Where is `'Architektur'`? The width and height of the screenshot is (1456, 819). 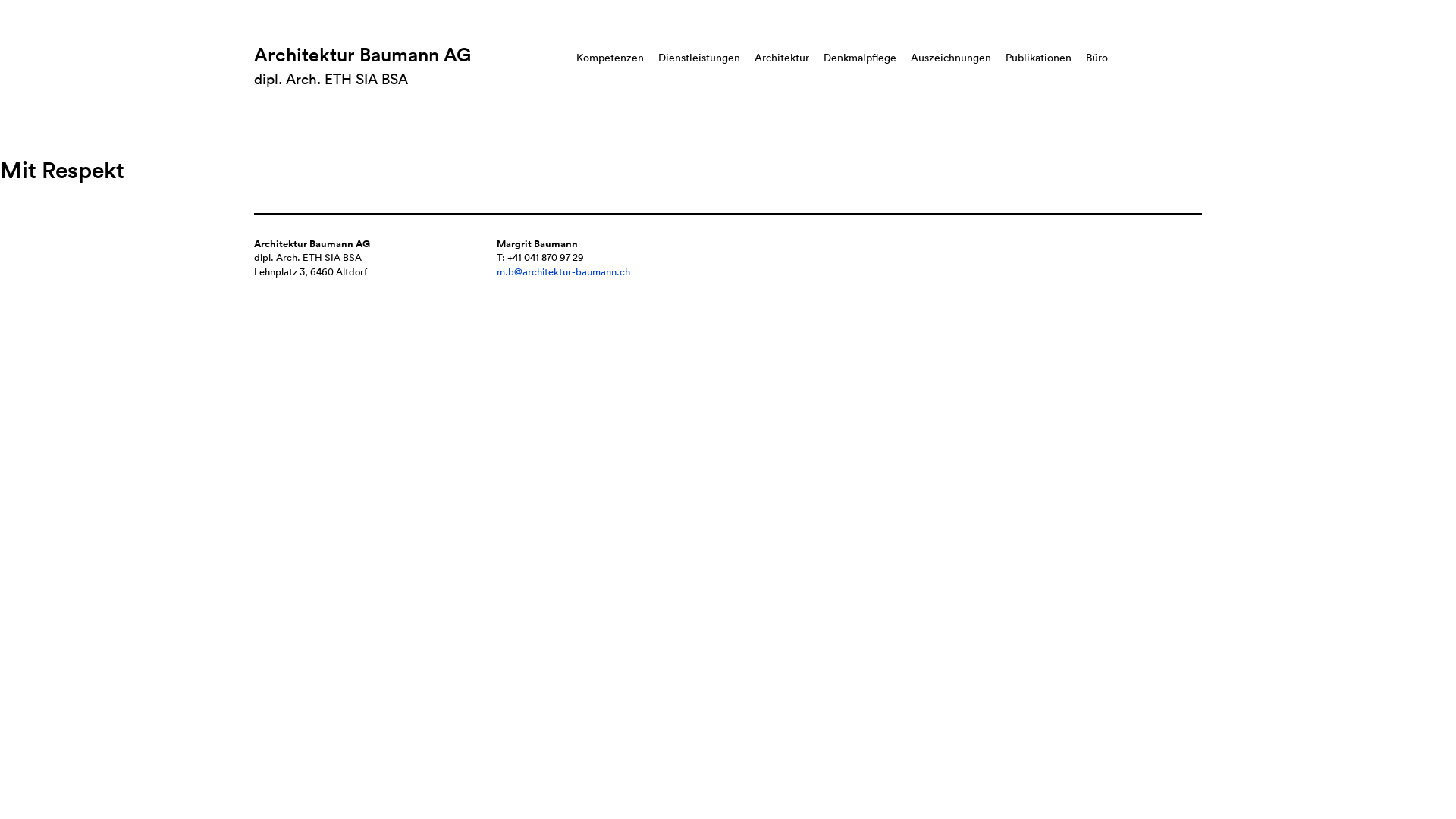
'Architektur' is located at coordinates (782, 57).